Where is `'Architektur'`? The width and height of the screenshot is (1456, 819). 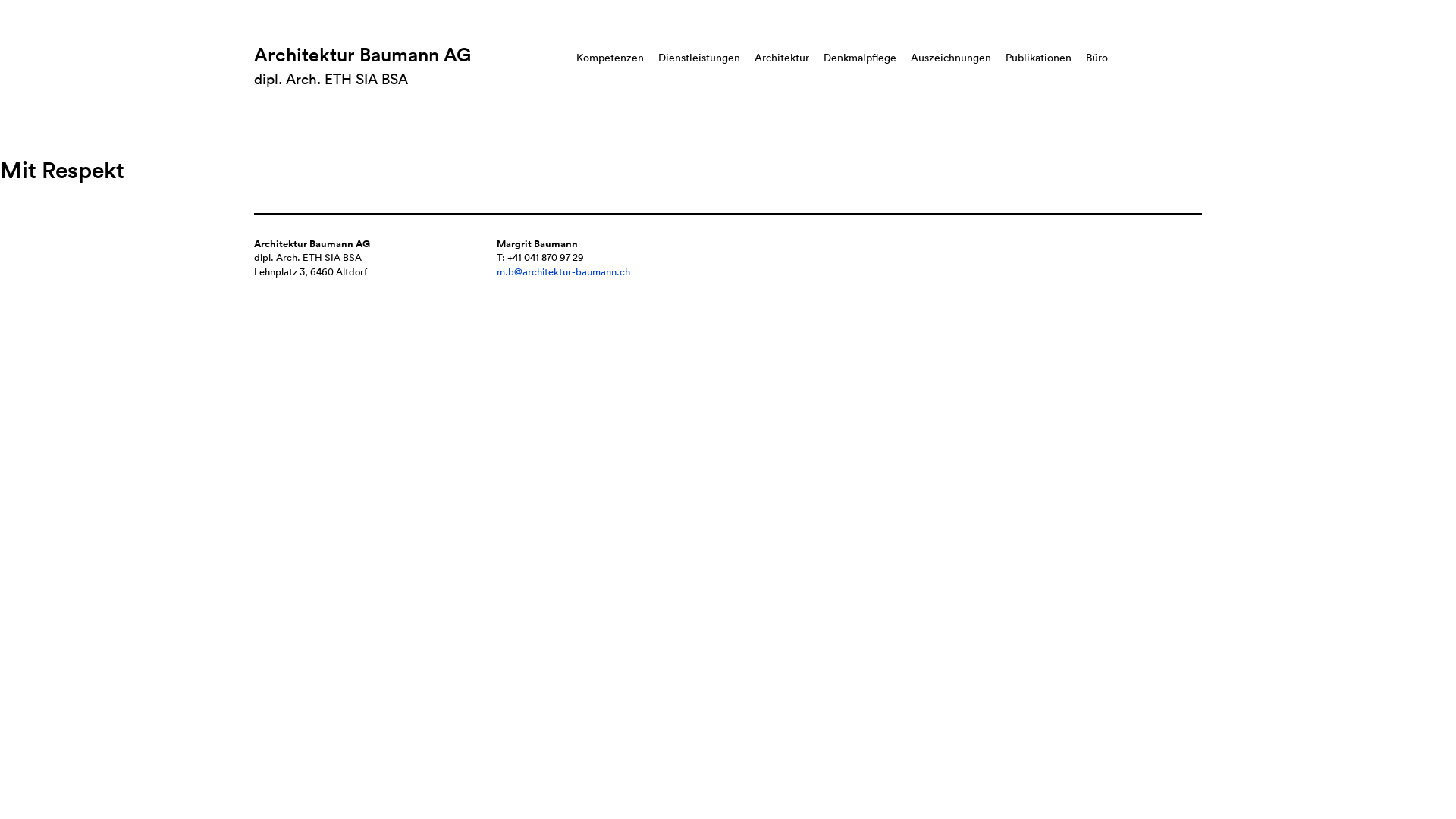
'Architektur' is located at coordinates (782, 57).